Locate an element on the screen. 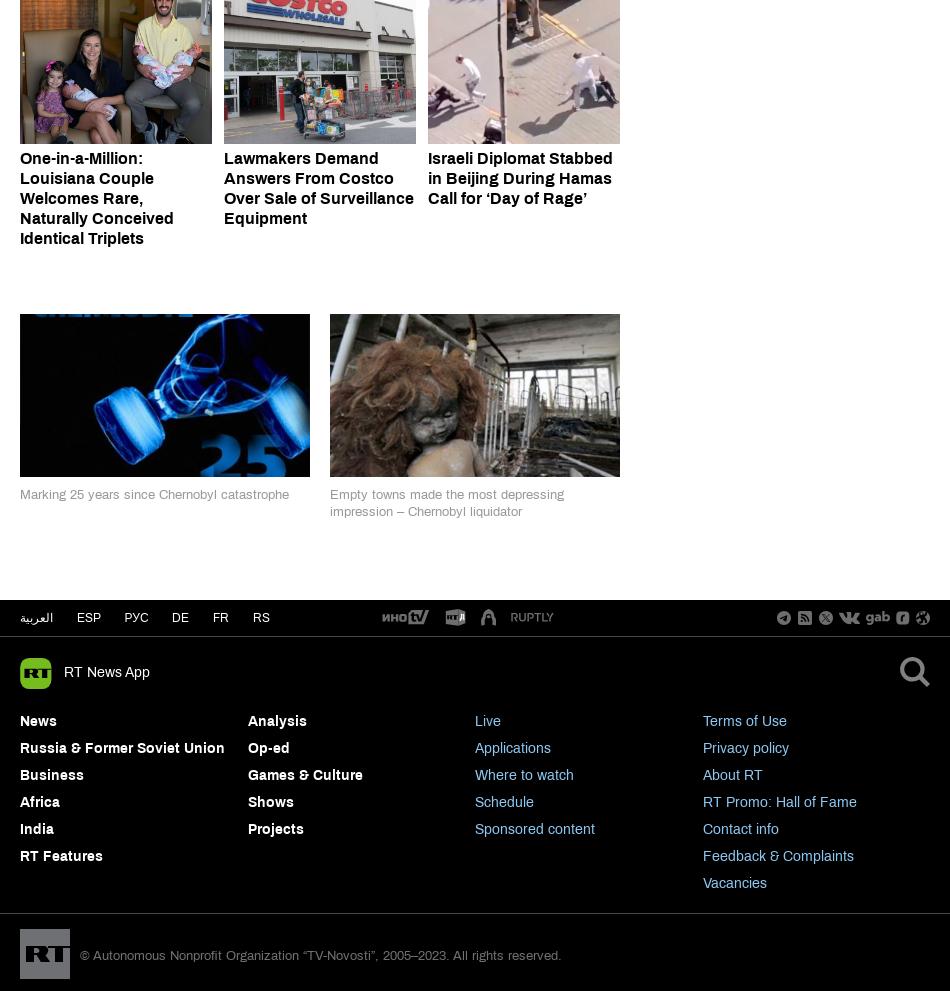 The width and height of the screenshot is (950, 991). 'India' is located at coordinates (36, 827).